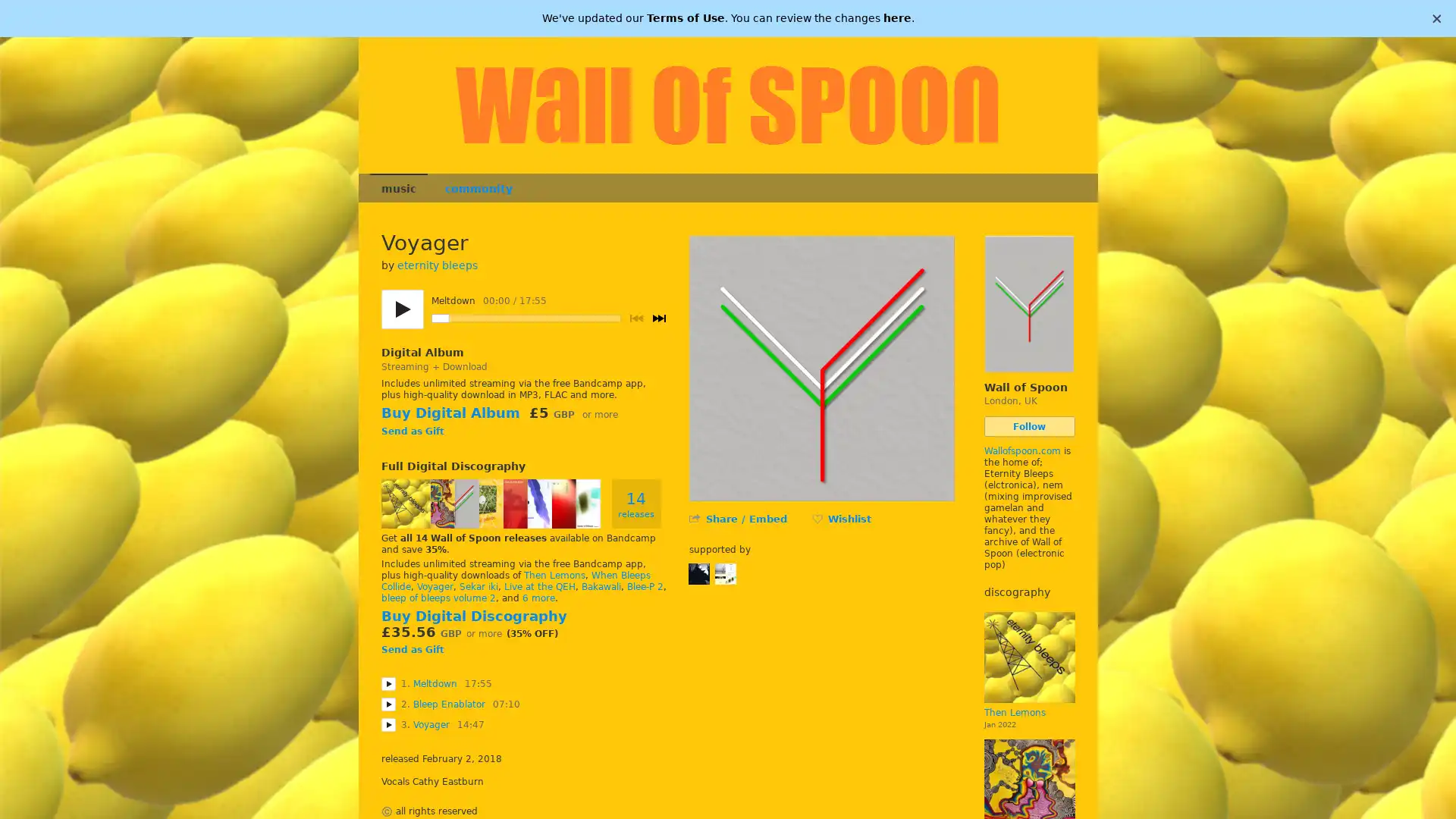 The height and width of the screenshot is (819, 1456). What do you see at coordinates (388, 723) in the screenshot?
I see `Play Voyager` at bounding box center [388, 723].